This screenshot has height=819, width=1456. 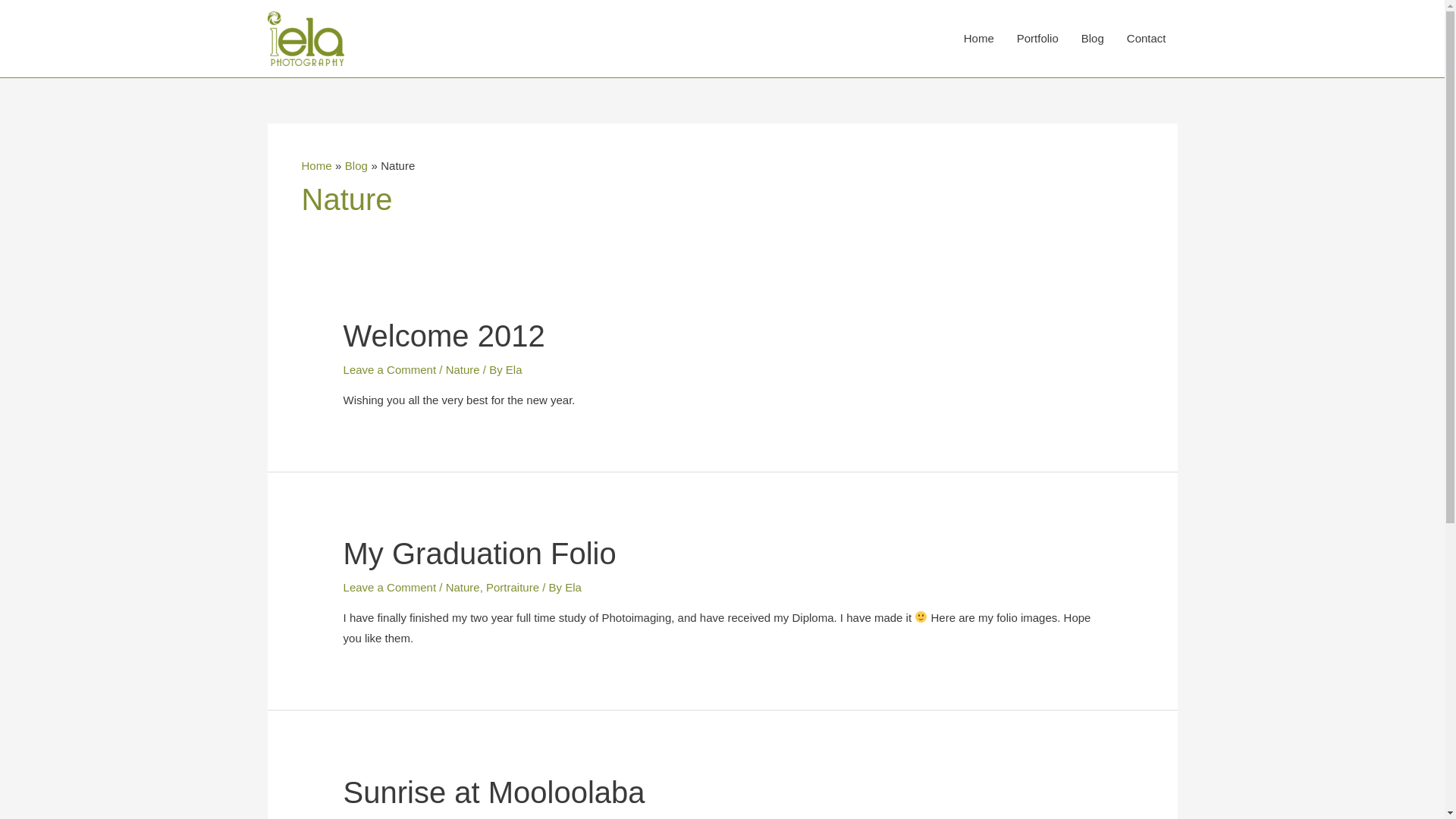 What do you see at coordinates (979, 37) in the screenshot?
I see `'Home'` at bounding box center [979, 37].